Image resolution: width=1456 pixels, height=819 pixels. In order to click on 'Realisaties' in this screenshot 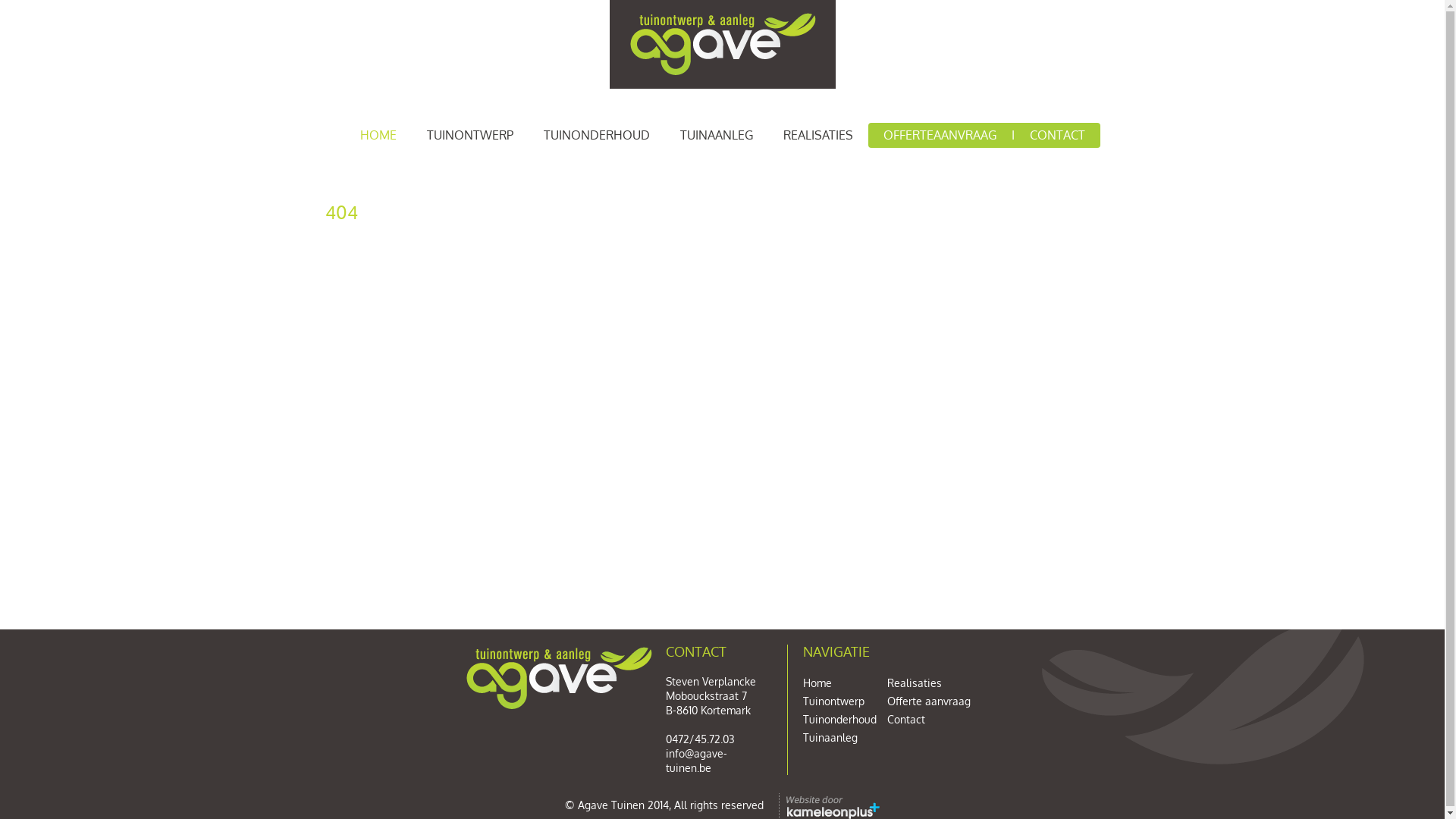, I will do `click(913, 682)`.